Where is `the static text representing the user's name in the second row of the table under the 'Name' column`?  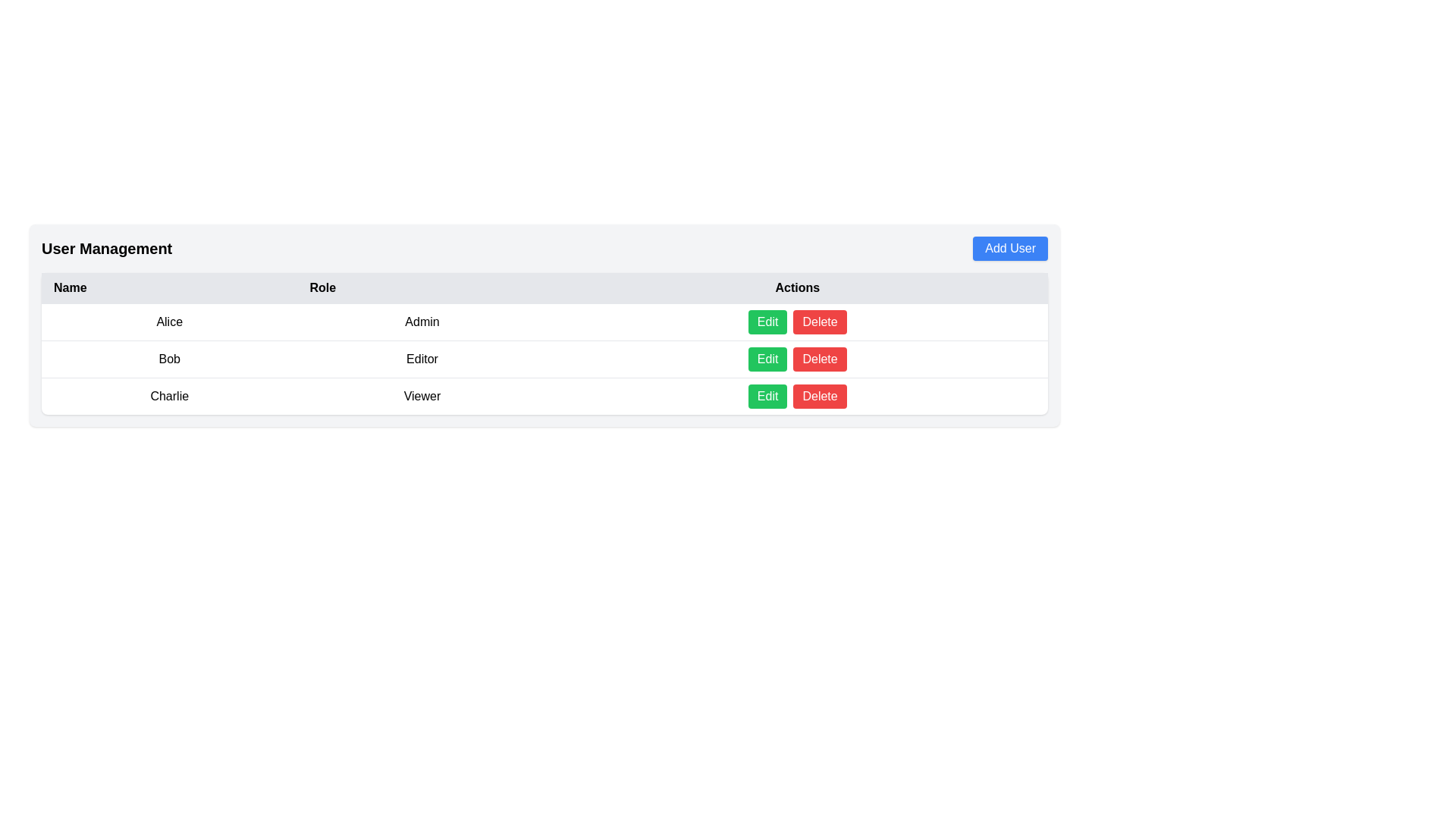
the static text representing the user's name in the second row of the table under the 'Name' column is located at coordinates (169, 359).